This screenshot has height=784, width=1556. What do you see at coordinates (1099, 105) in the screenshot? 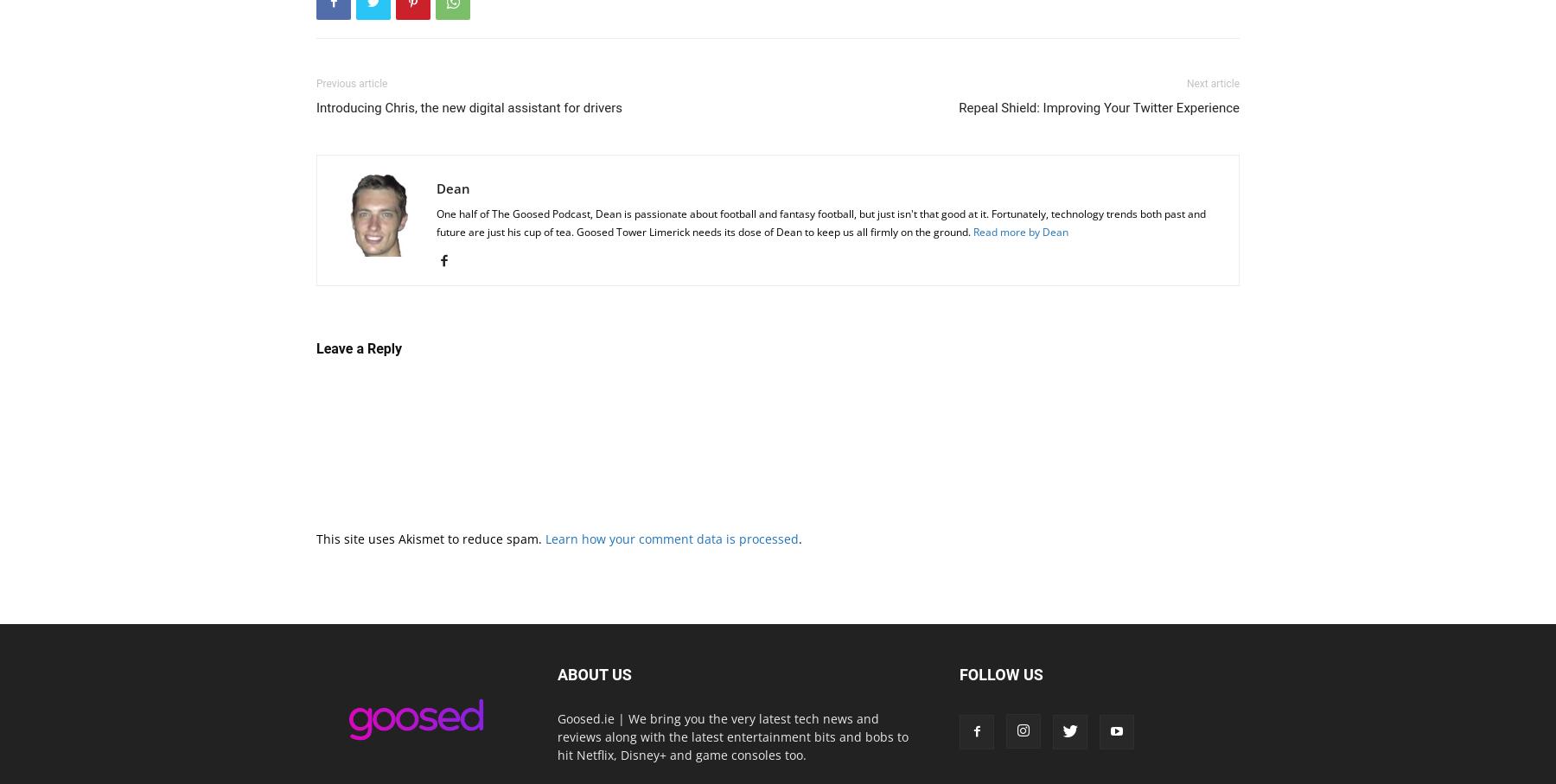
I see `'Repeal Shield: Improving Your Twitter Experience'` at bounding box center [1099, 105].